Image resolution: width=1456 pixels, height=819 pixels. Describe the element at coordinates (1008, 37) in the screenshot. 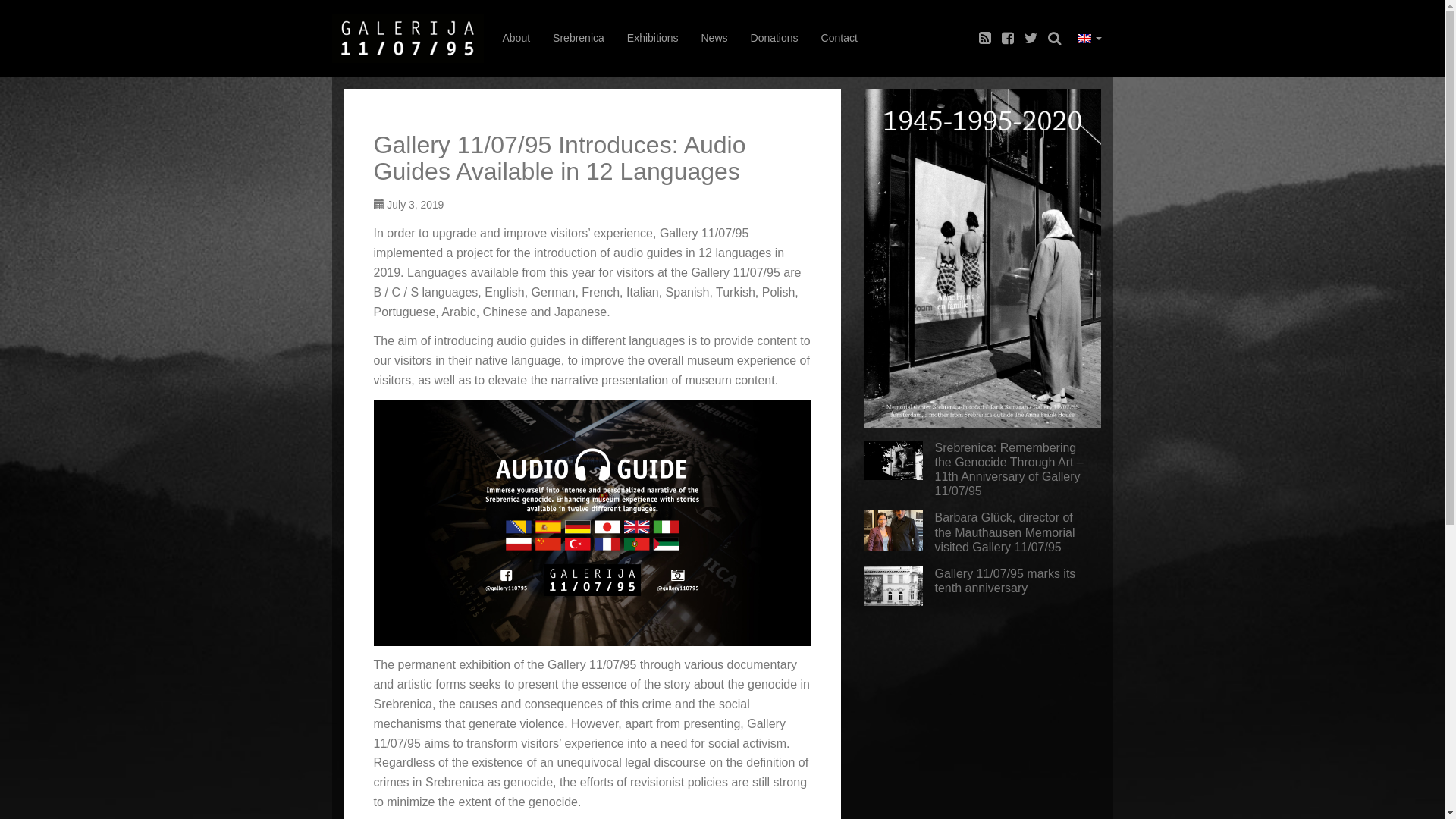

I see `'facebook'` at that location.